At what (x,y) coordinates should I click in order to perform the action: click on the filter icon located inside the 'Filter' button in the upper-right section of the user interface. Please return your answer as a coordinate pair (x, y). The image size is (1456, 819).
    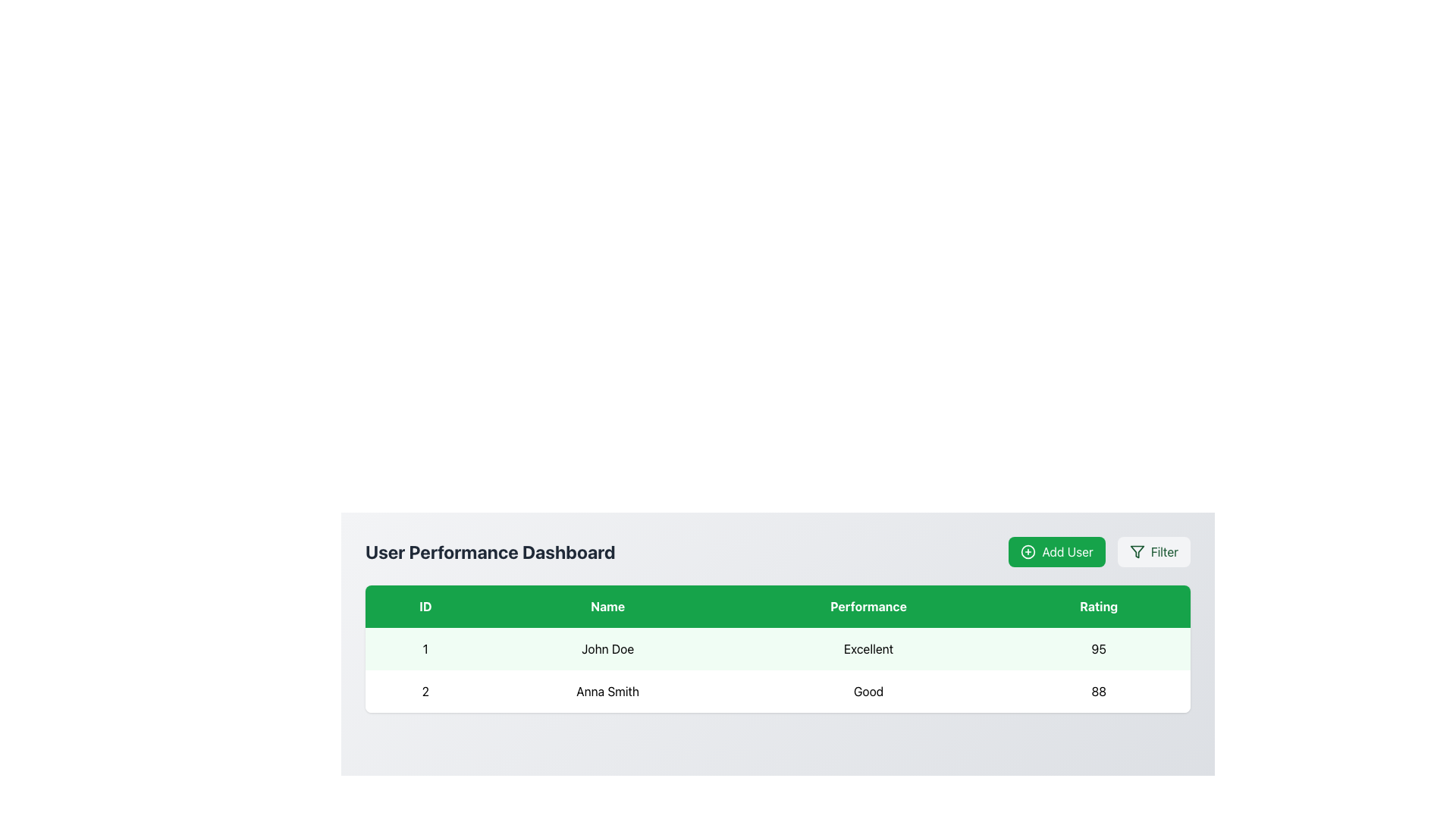
    Looking at the image, I should click on (1136, 552).